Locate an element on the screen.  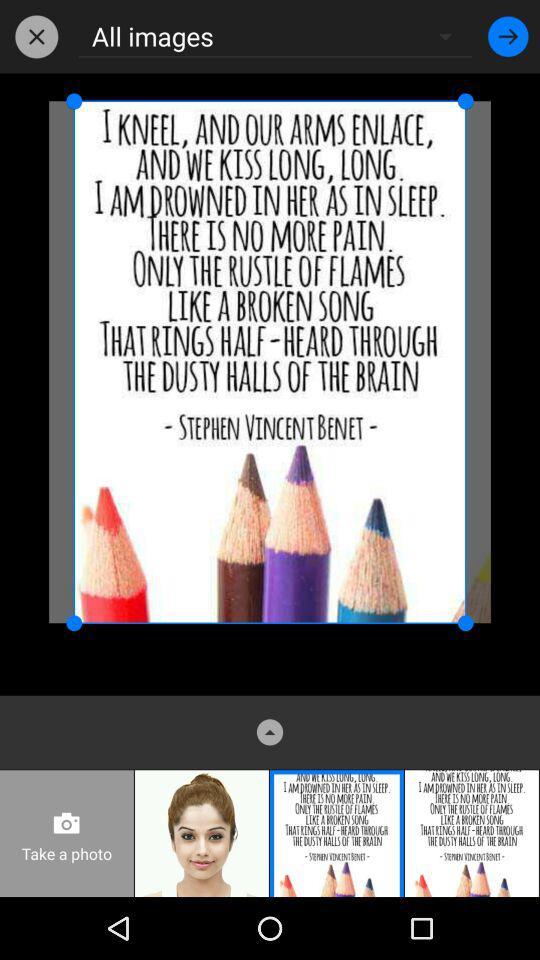
the icon to the right of the all images item is located at coordinates (508, 35).